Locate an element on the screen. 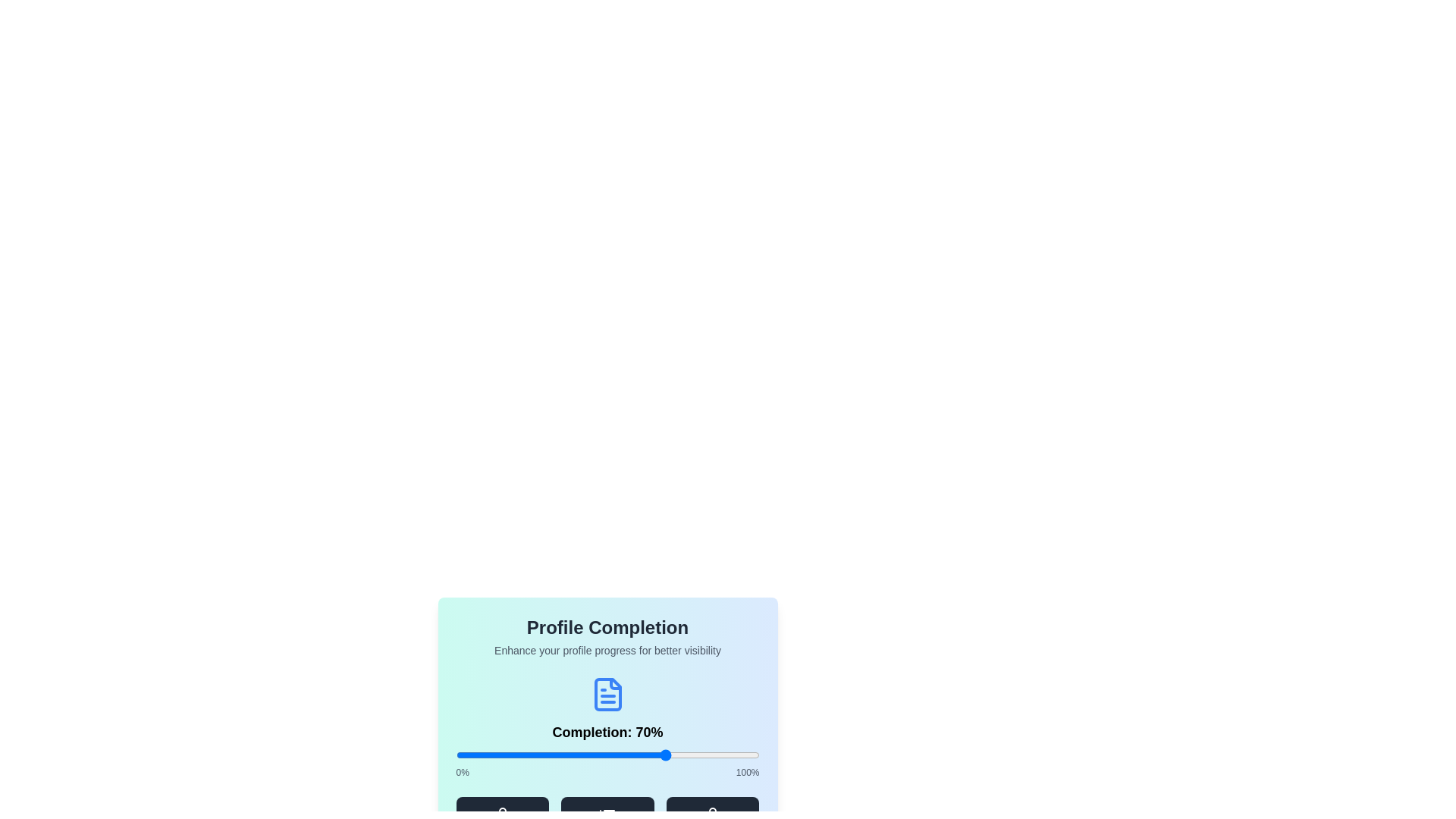  the profile completion slider is located at coordinates (552, 755).